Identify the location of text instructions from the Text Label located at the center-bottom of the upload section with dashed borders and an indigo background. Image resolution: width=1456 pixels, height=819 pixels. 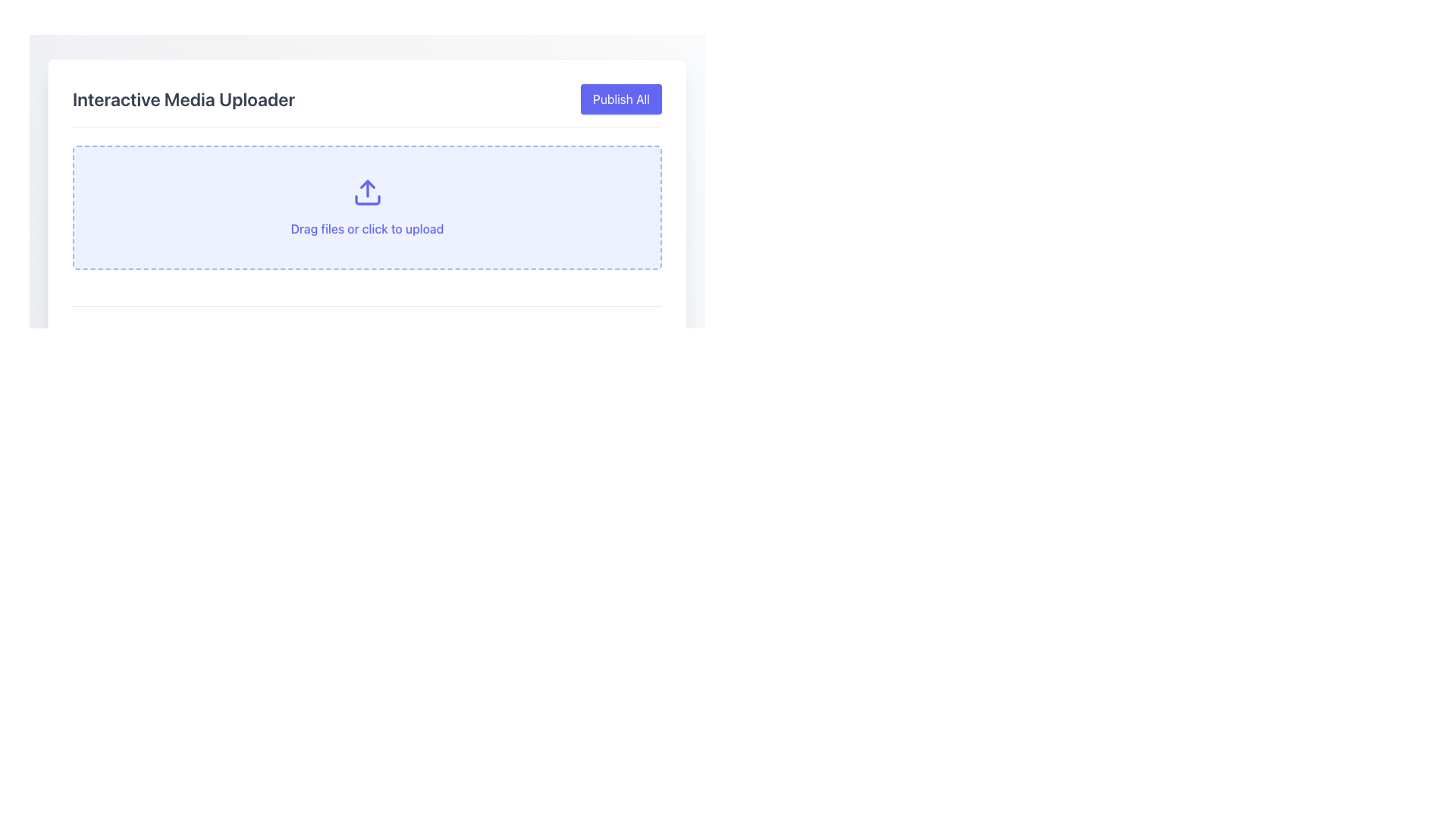
(367, 228).